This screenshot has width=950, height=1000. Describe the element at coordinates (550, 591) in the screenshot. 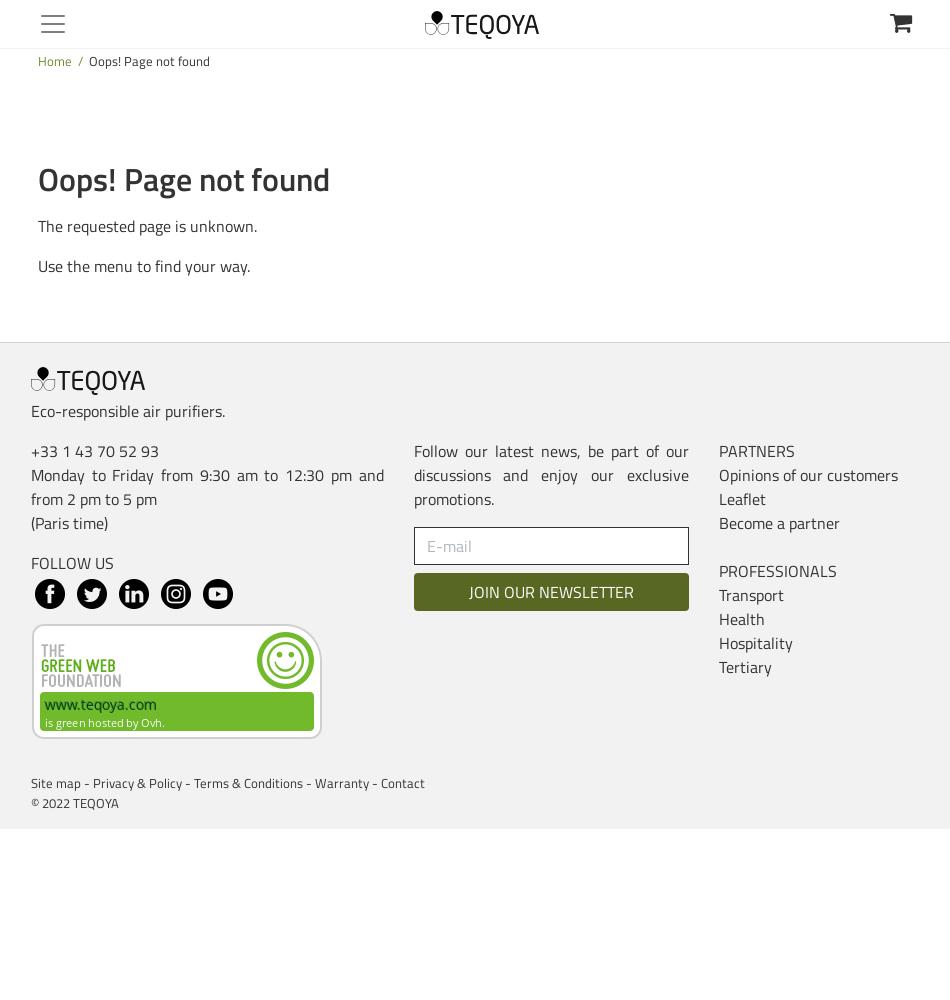

I see `'JOIN OUR NEWSLETTER'` at that location.